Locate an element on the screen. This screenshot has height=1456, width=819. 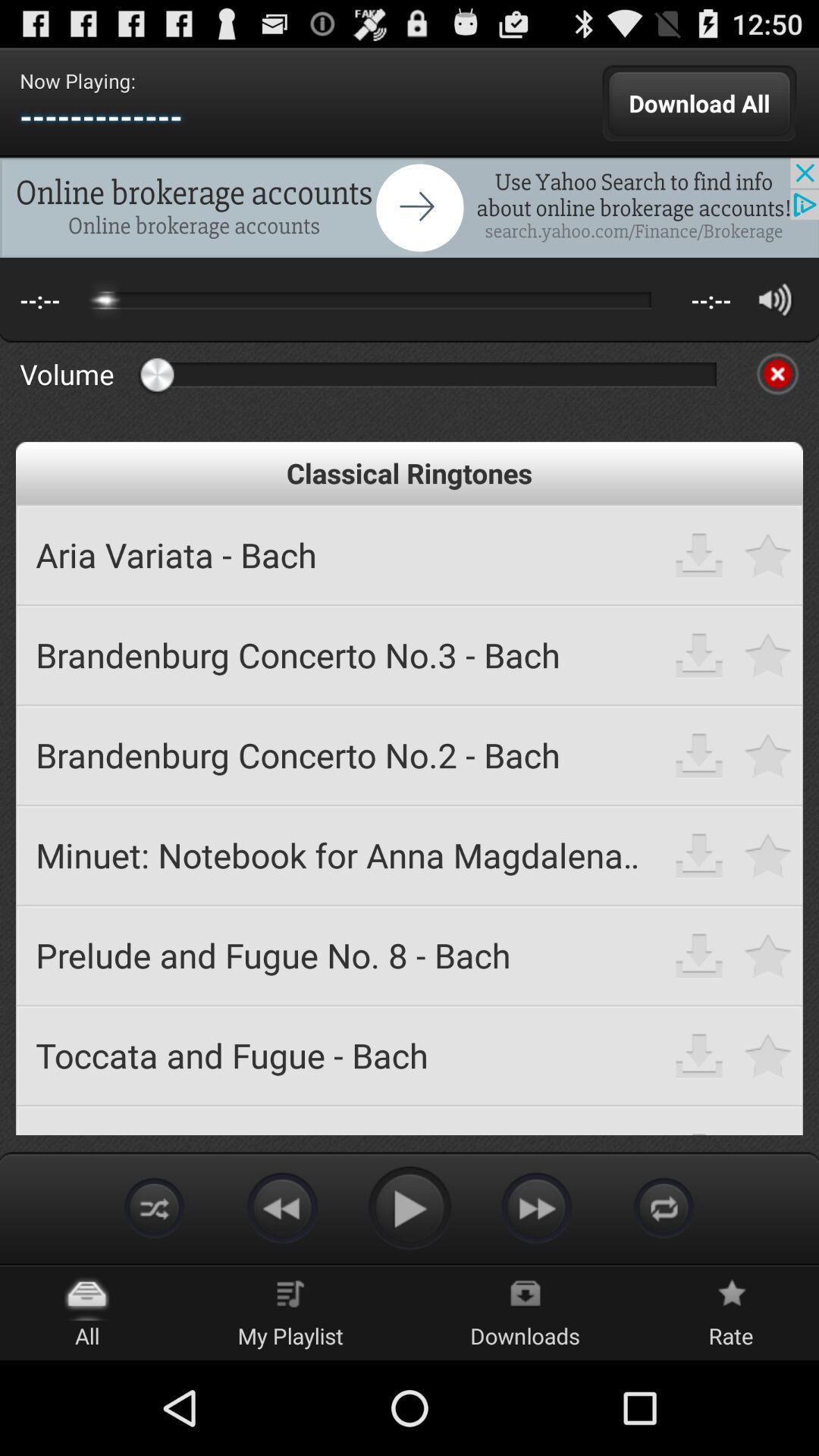
auto repeat is located at coordinates (155, 1207).